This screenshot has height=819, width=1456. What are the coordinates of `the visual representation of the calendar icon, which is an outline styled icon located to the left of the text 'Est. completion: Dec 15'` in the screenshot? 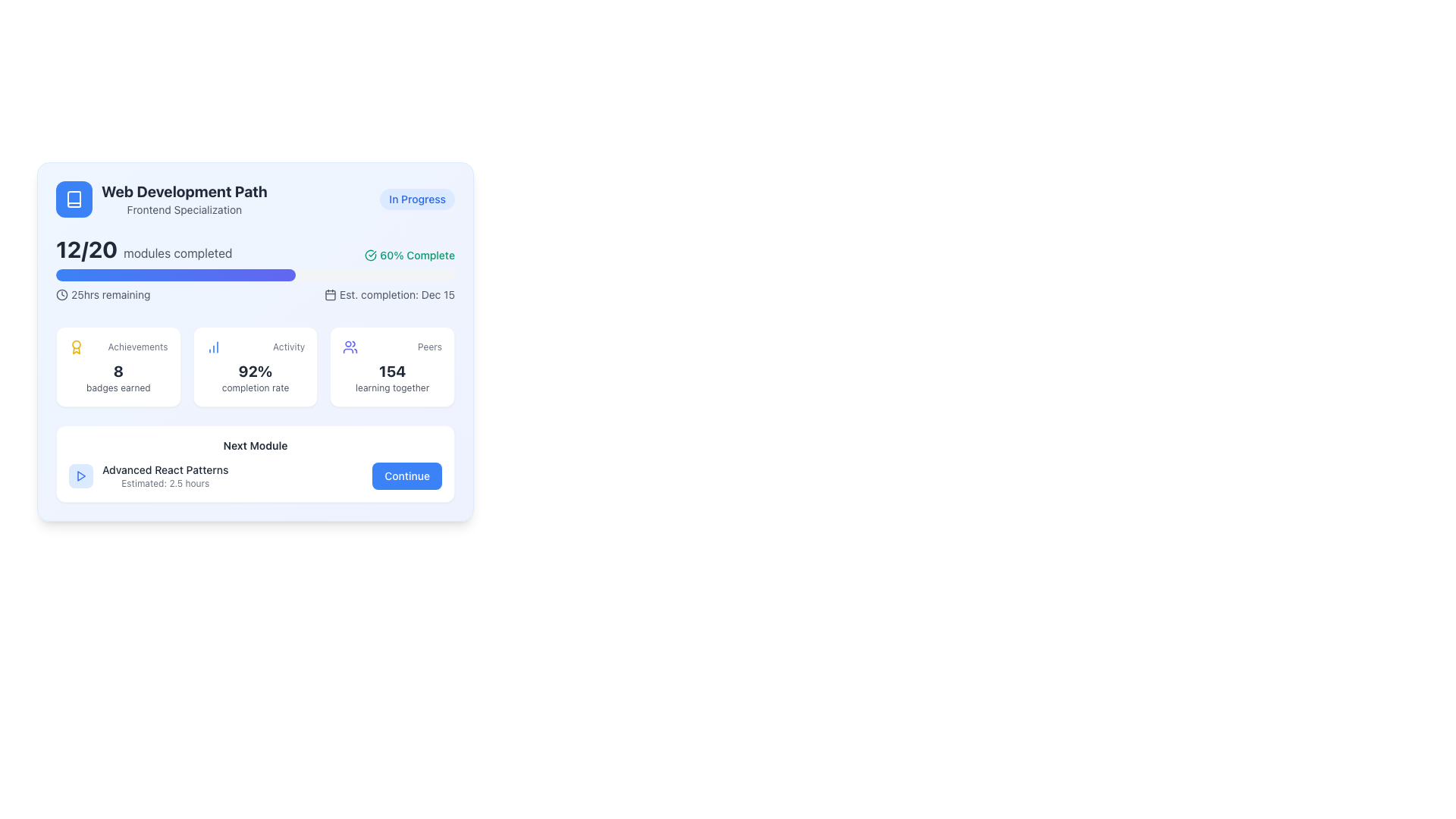 It's located at (330, 295).